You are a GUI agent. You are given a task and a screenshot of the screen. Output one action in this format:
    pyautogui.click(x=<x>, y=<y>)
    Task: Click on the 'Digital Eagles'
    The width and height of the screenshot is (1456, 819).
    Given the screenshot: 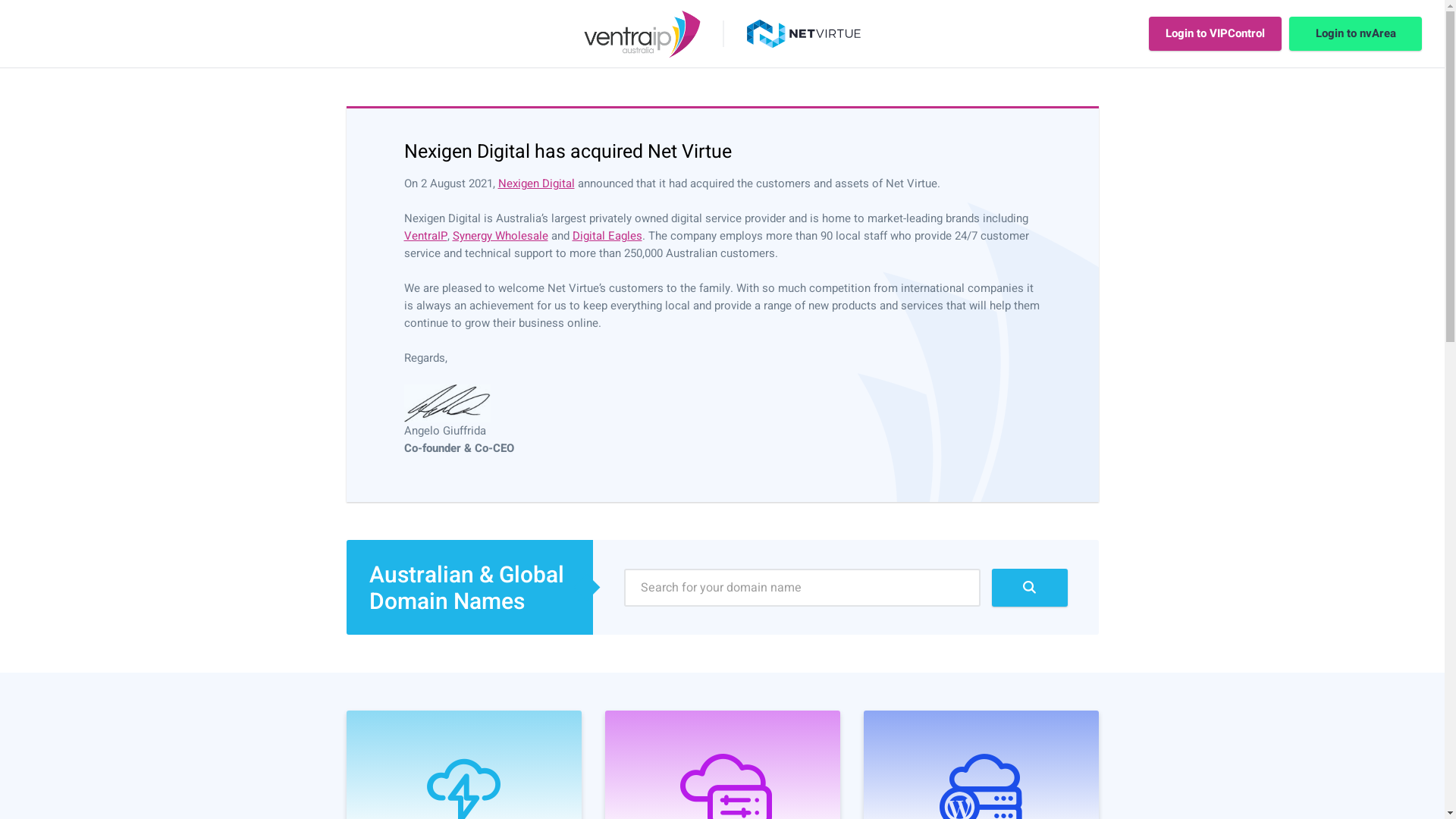 What is the action you would take?
    pyautogui.click(x=570, y=236)
    